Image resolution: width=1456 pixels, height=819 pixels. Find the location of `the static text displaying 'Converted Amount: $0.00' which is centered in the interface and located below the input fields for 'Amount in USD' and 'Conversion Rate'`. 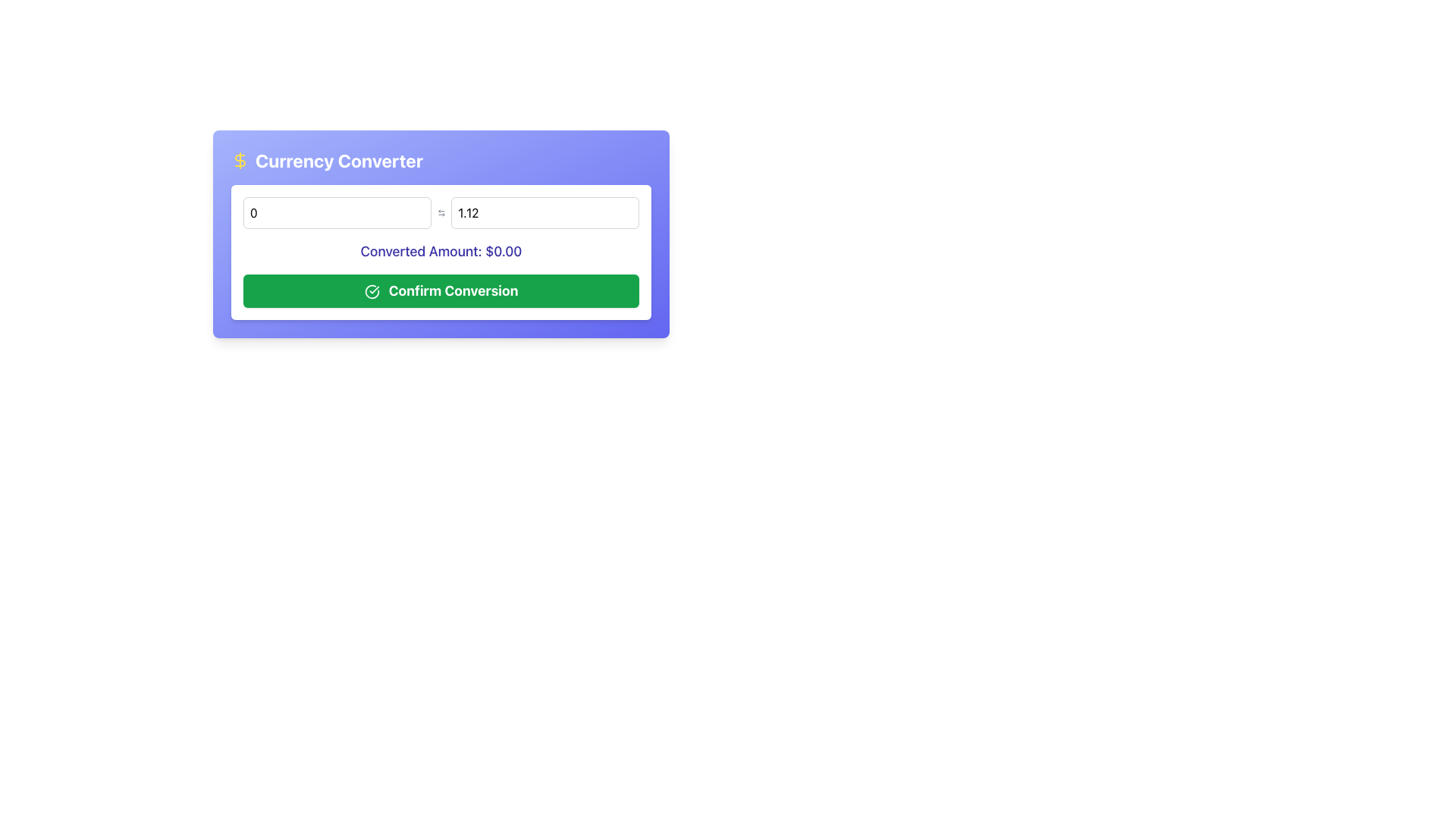

the static text displaying 'Converted Amount: $0.00' which is centered in the interface and located below the input fields for 'Amount in USD' and 'Conversion Rate' is located at coordinates (440, 250).